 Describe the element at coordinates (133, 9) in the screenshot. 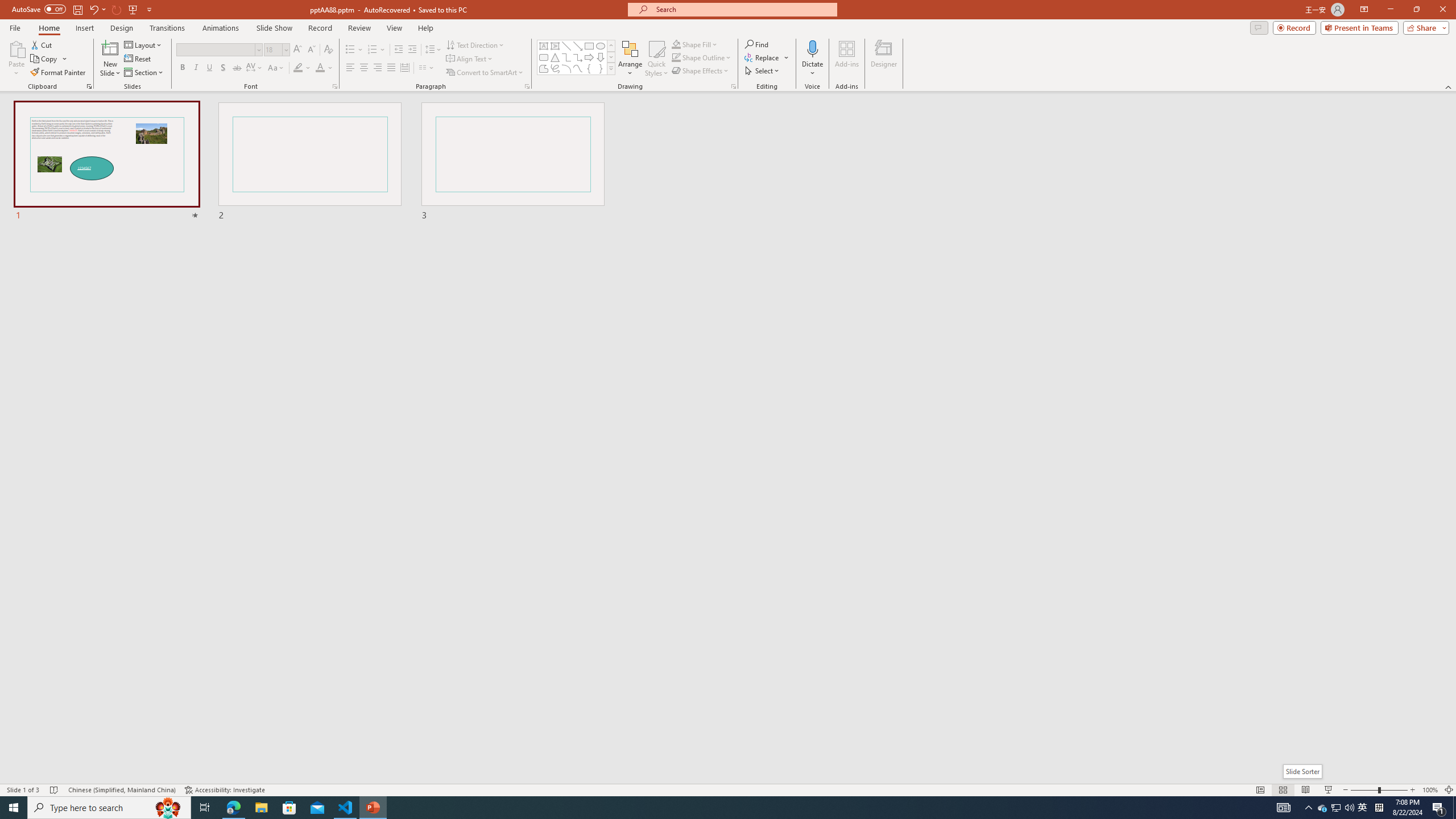

I see `'From Beginning'` at that location.